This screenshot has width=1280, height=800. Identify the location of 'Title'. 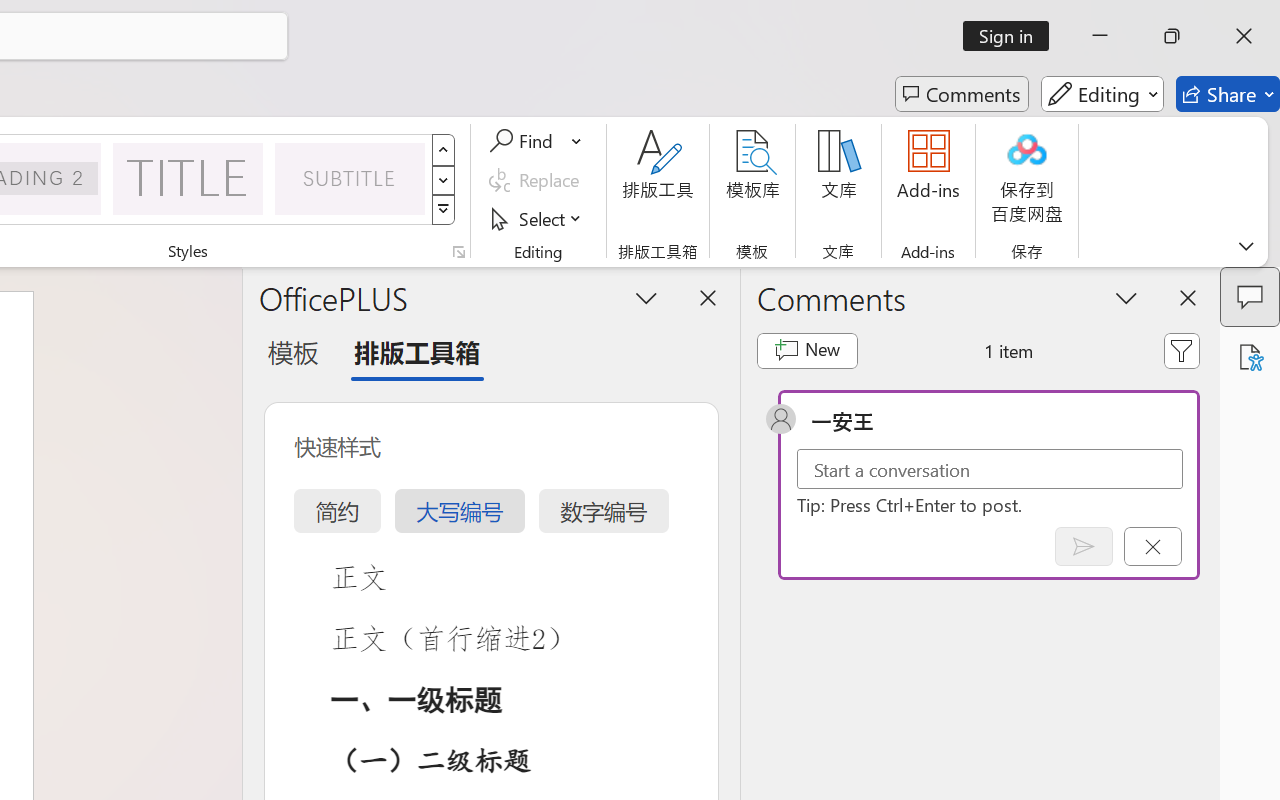
(188, 177).